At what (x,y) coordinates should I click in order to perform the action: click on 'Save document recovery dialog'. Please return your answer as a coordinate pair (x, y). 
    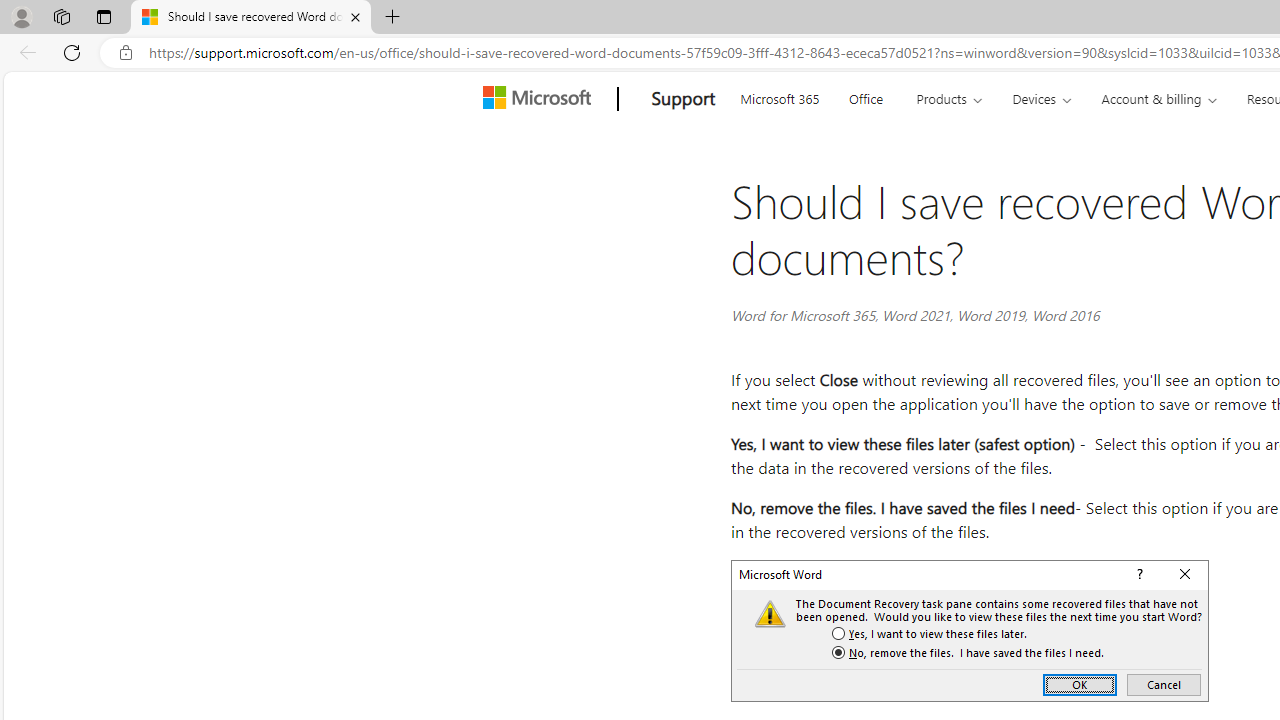
    Looking at the image, I should click on (970, 630).